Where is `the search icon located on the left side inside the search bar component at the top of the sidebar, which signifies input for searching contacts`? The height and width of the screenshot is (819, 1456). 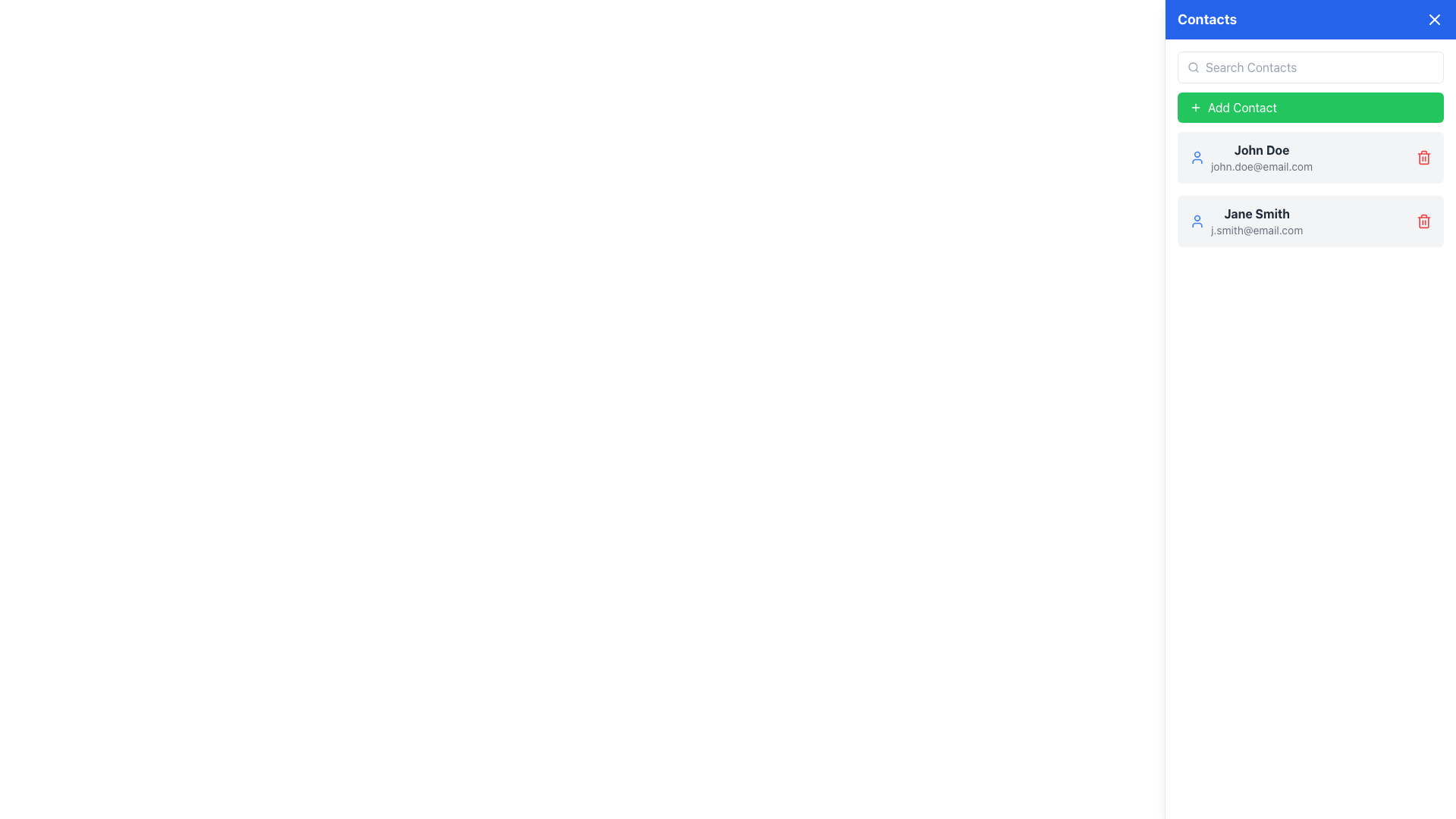
the search icon located on the left side inside the search bar component at the top of the sidebar, which signifies input for searching contacts is located at coordinates (1193, 66).